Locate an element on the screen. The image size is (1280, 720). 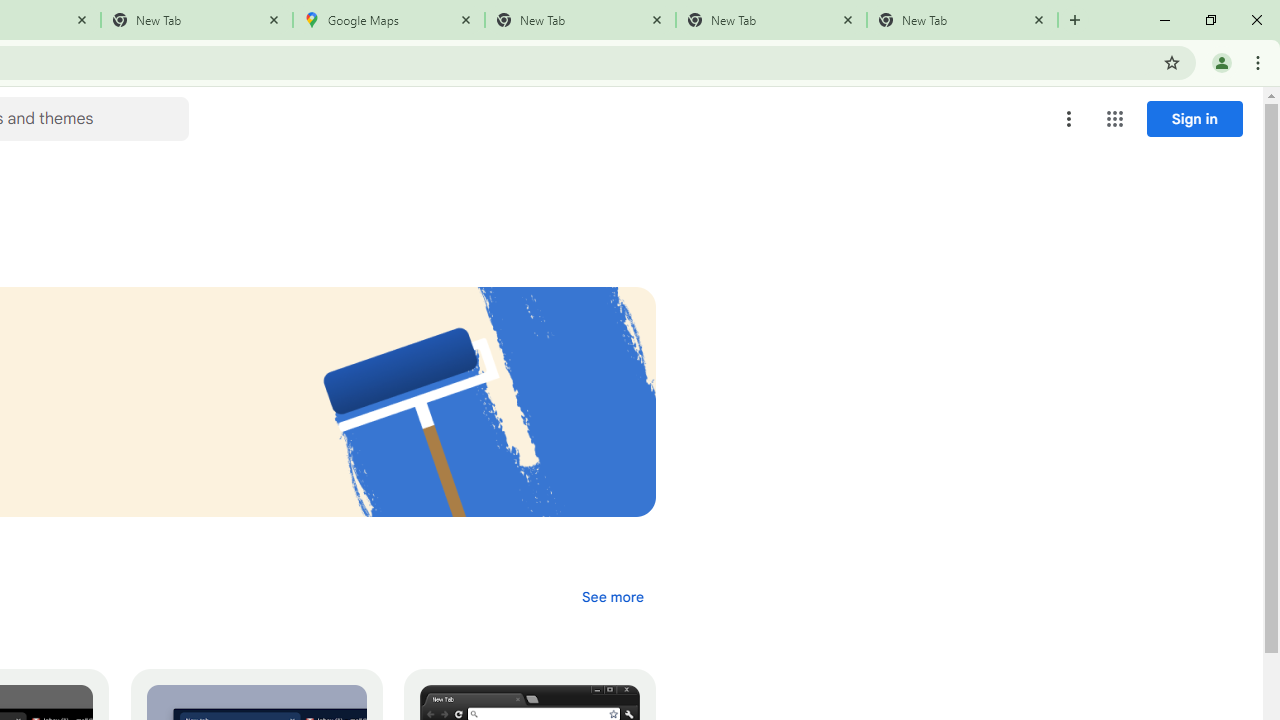
'New Tab' is located at coordinates (962, 20).